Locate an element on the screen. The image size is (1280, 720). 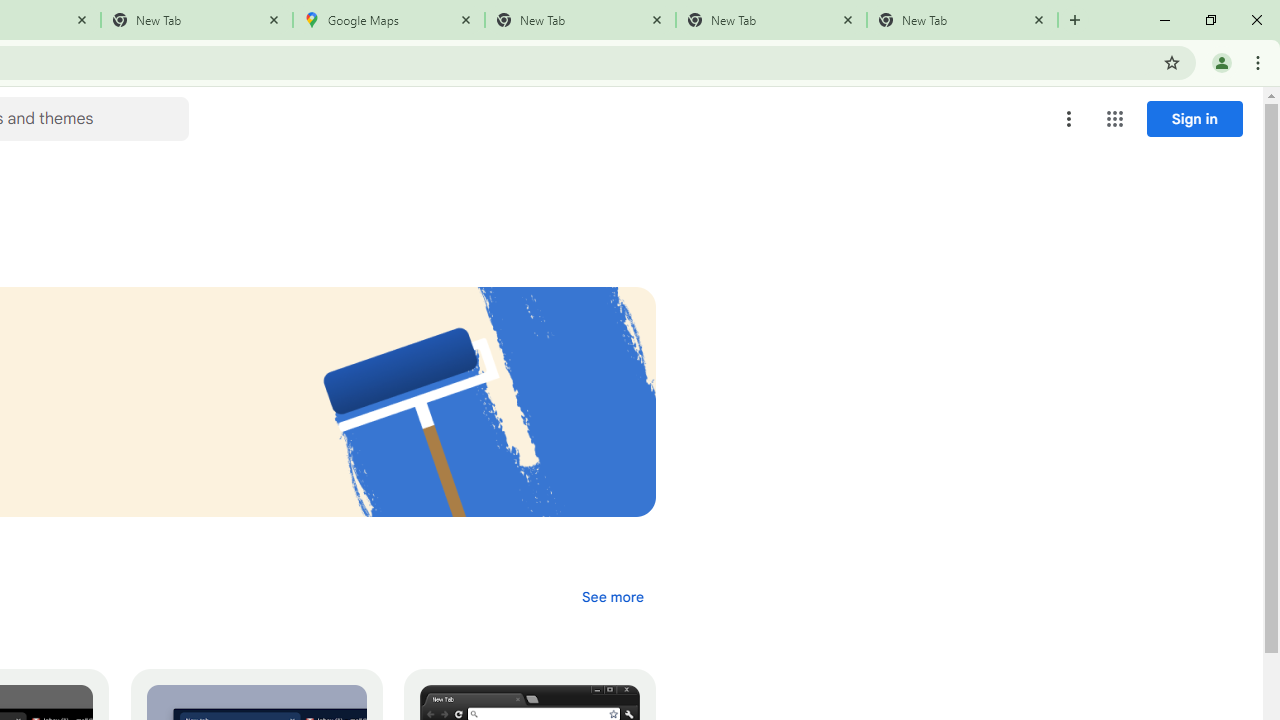
'New Tab' is located at coordinates (962, 20).